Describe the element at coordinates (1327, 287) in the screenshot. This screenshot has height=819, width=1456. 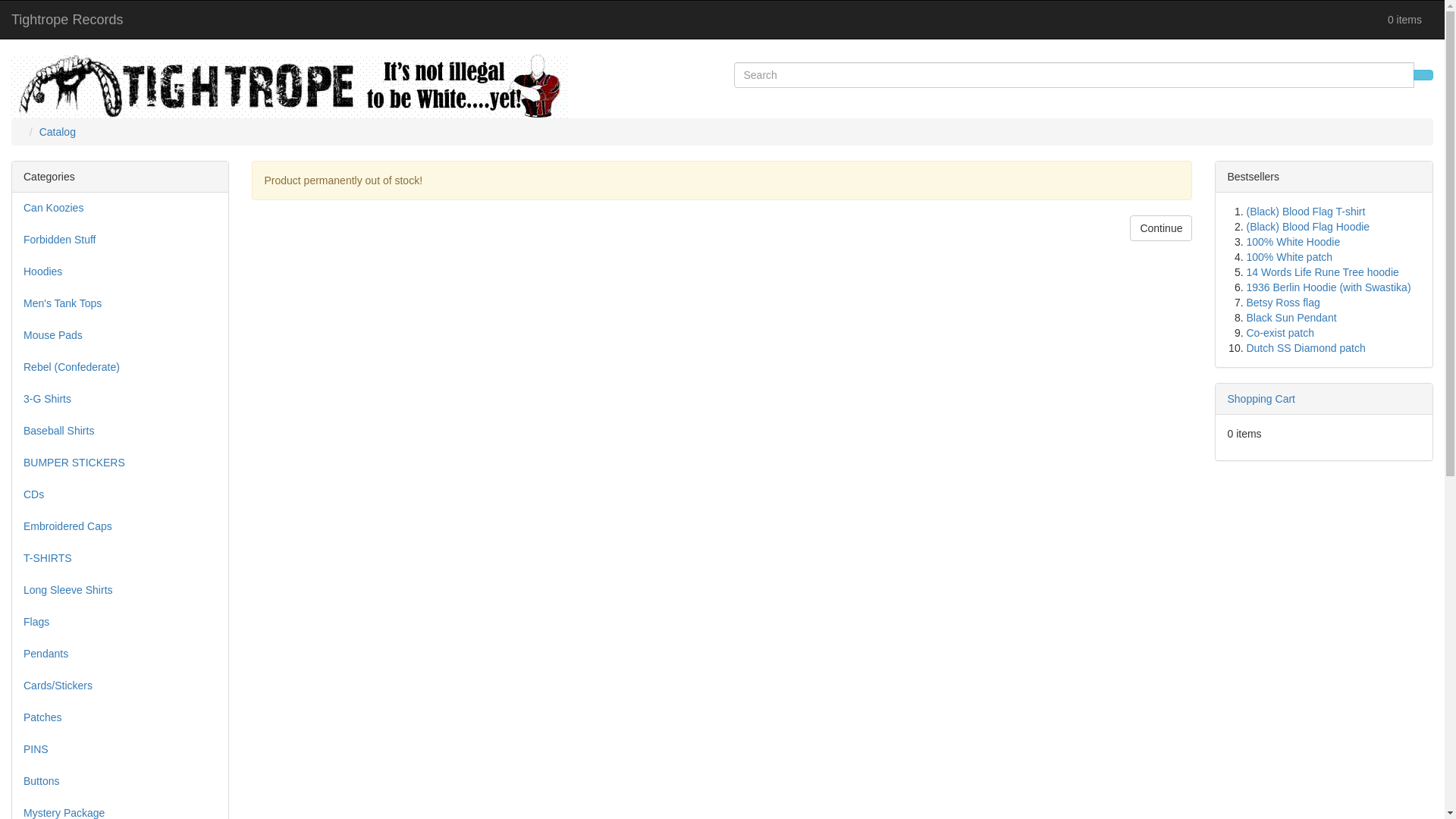
I see `'1936 Berlin Hoodie (with Swastika)'` at that location.